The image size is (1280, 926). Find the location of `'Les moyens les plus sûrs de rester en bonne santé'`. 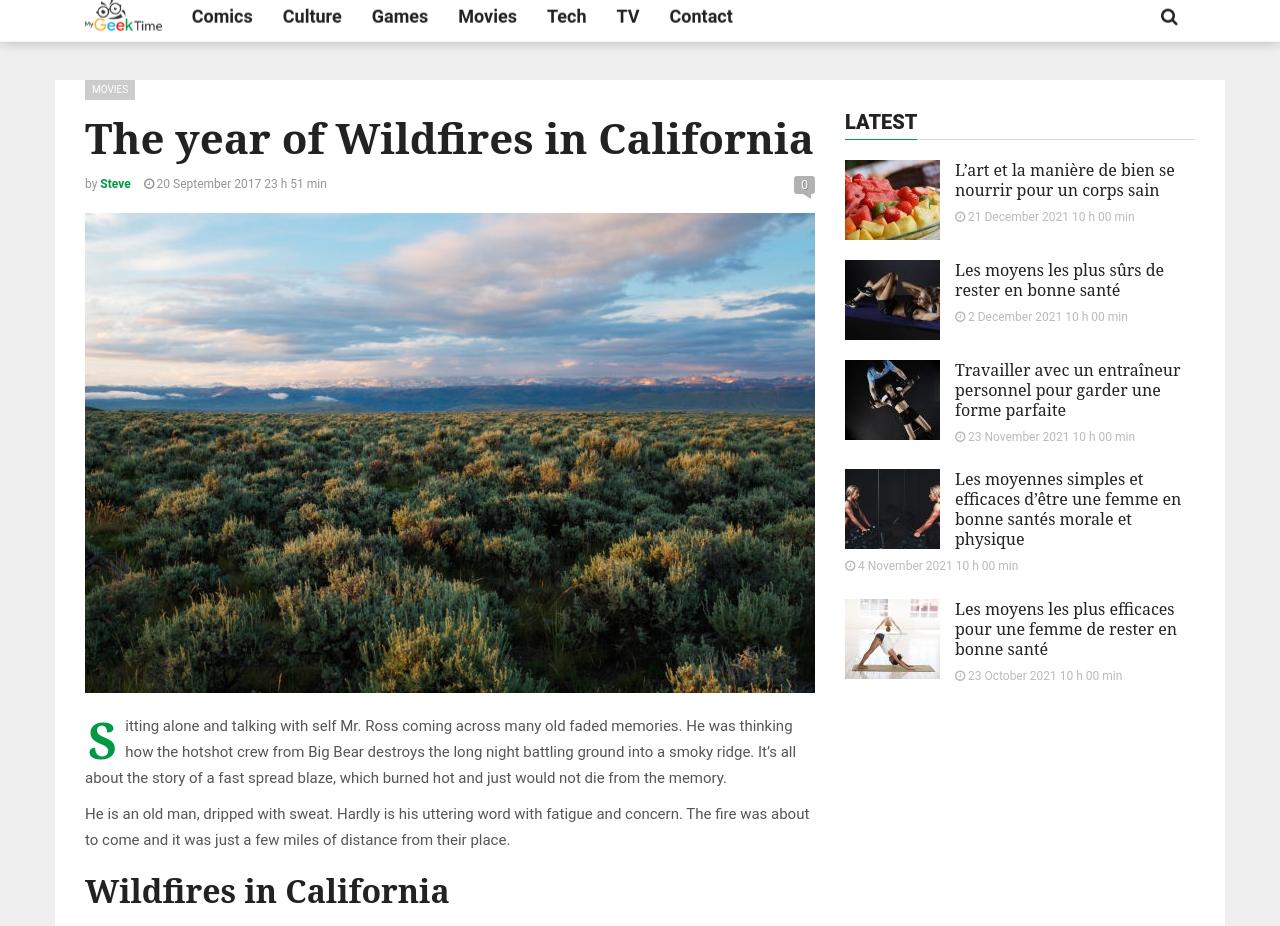

'Les moyens les plus sûrs de rester en bonne santé' is located at coordinates (1058, 280).